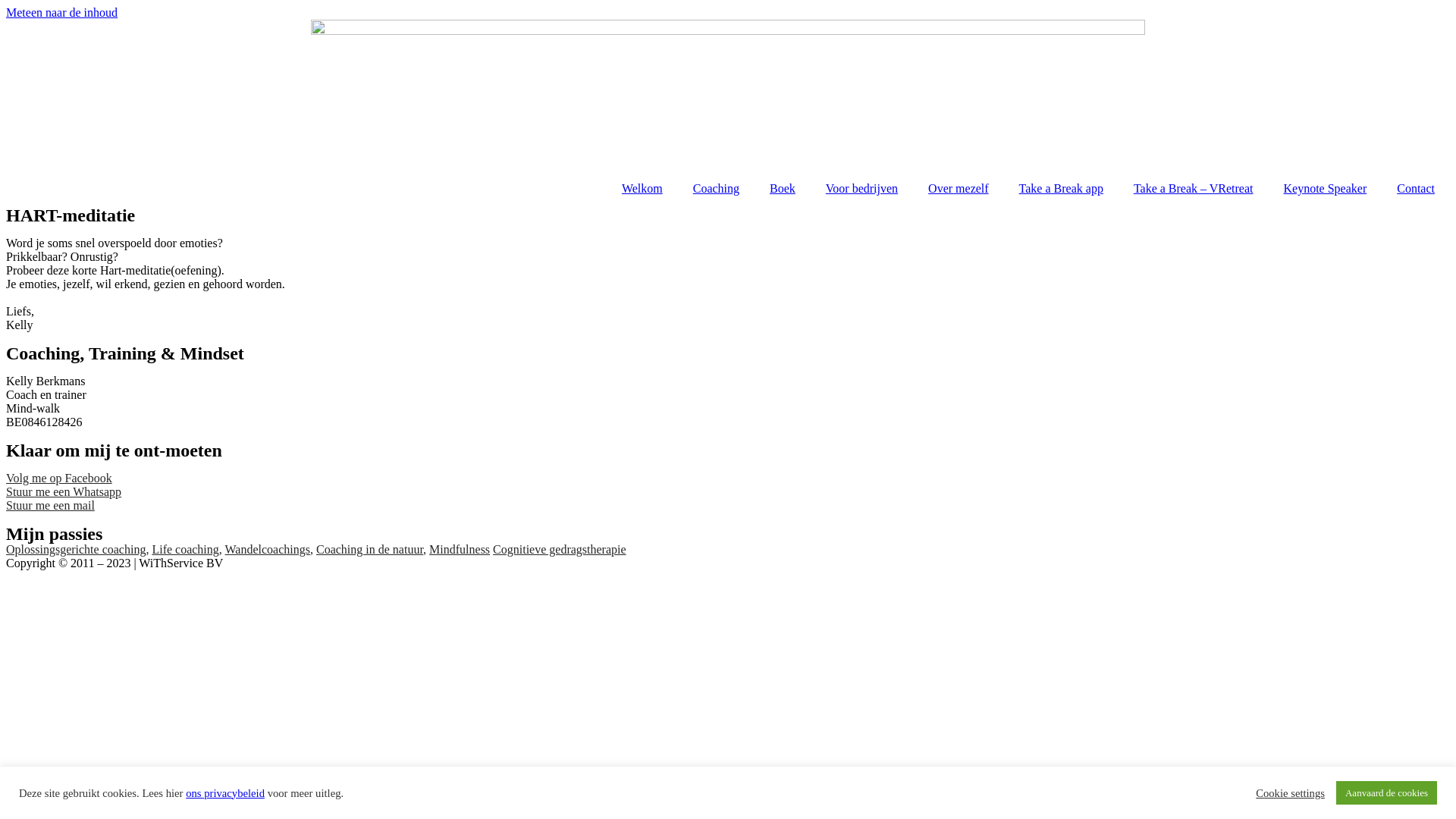 This screenshot has width=1456, height=819. What do you see at coordinates (1289, 792) in the screenshot?
I see `'Cookie settings'` at bounding box center [1289, 792].